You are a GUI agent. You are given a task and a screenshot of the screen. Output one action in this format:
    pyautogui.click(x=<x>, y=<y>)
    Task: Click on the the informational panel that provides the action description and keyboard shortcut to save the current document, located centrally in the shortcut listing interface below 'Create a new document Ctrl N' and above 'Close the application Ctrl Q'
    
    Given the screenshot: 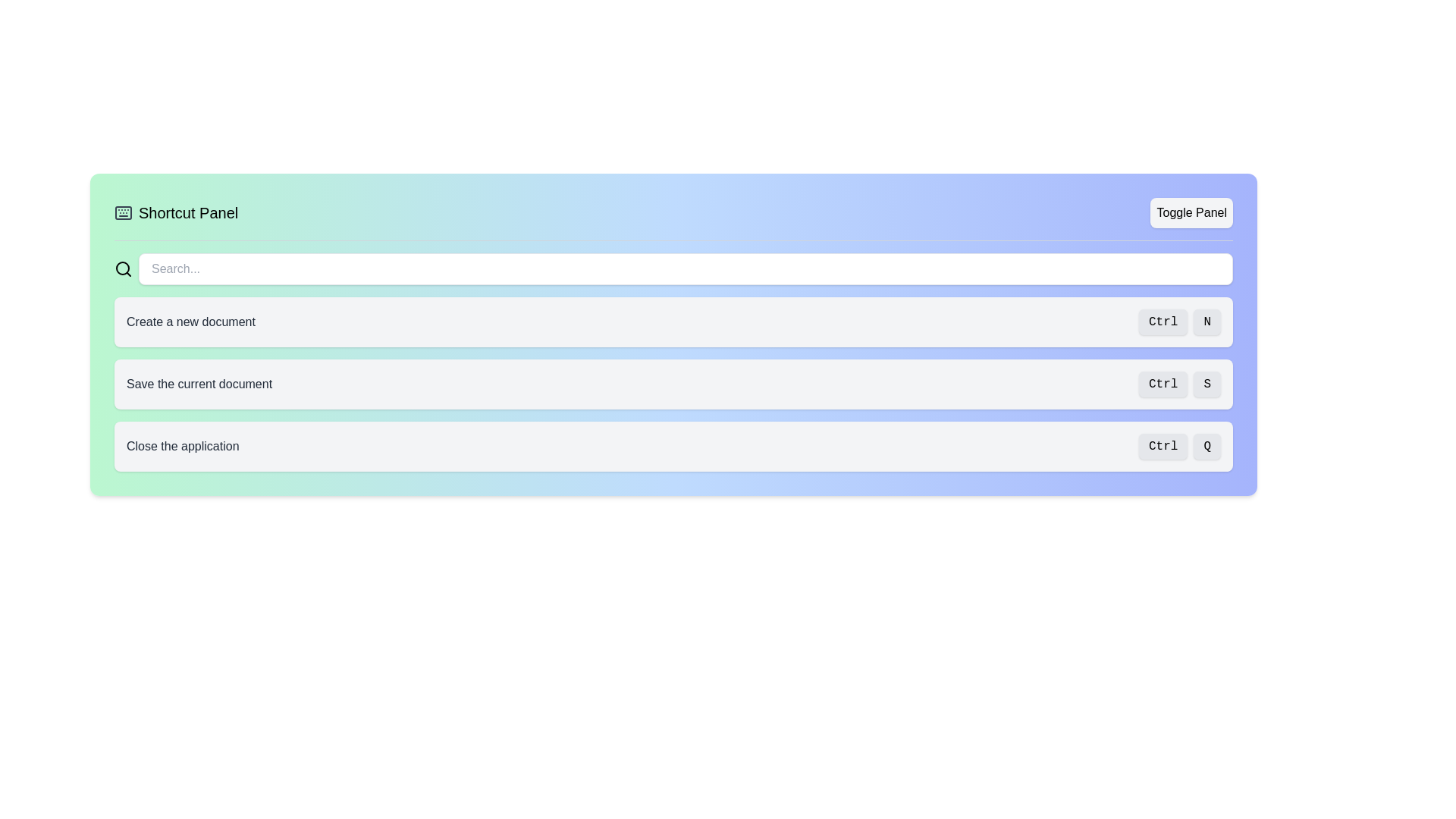 What is the action you would take?
    pyautogui.click(x=673, y=383)
    